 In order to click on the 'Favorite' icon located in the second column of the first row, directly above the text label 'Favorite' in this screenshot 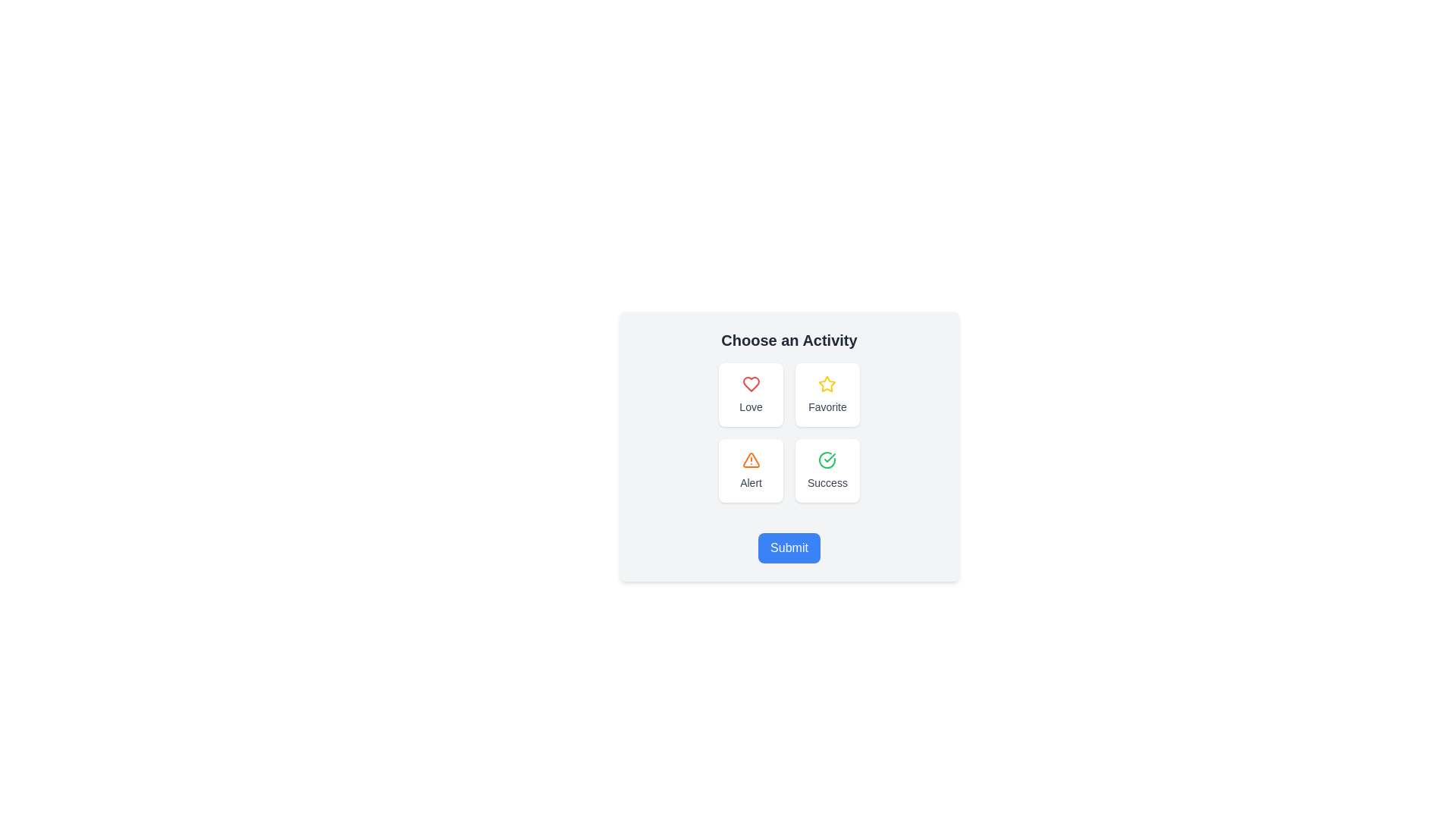, I will do `click(827, 383)`.